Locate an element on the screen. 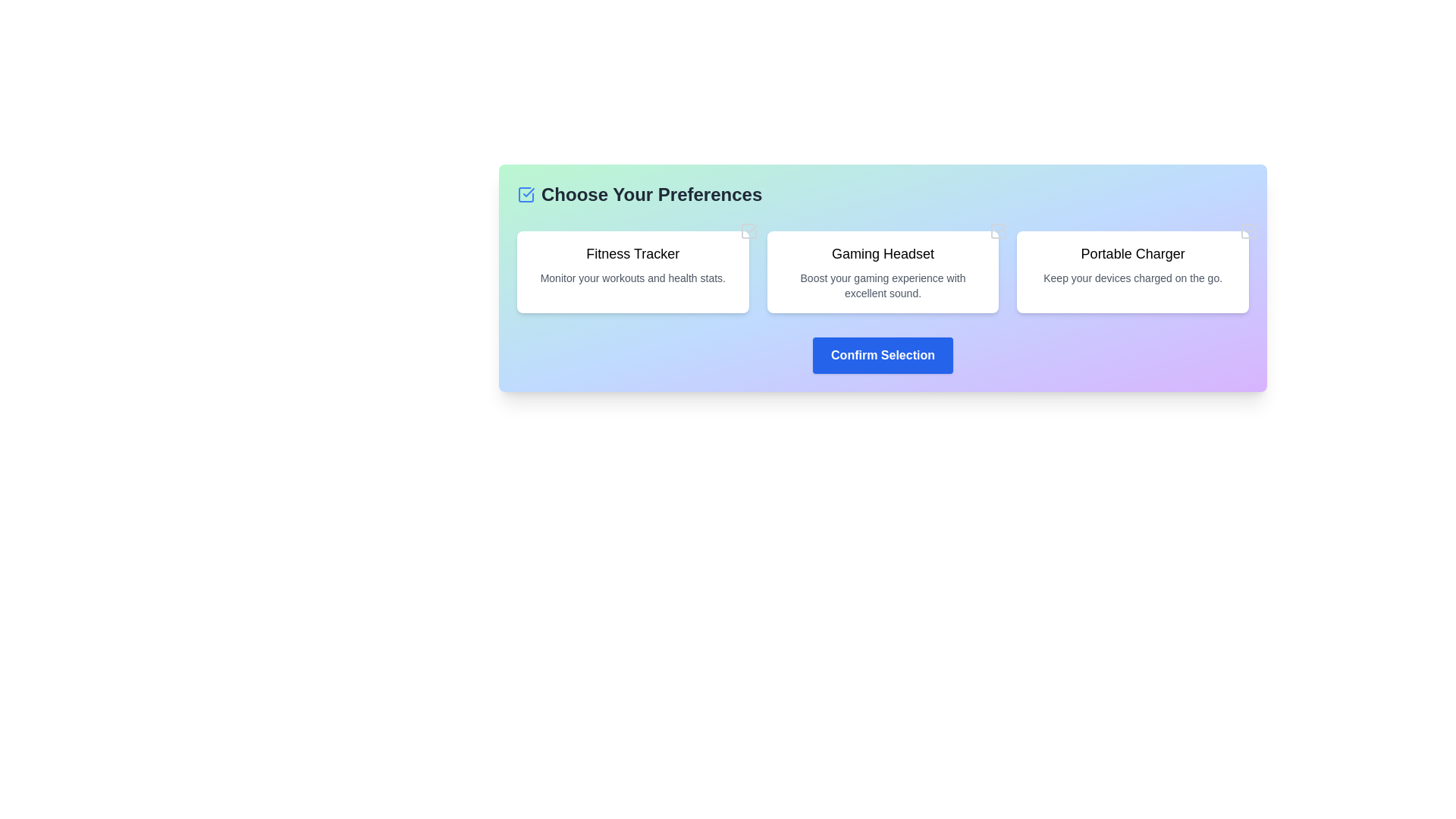  the blue checkmark icon located at the left side of the header text 'Choose Your Preferences' is located at coordinates (526, 194).